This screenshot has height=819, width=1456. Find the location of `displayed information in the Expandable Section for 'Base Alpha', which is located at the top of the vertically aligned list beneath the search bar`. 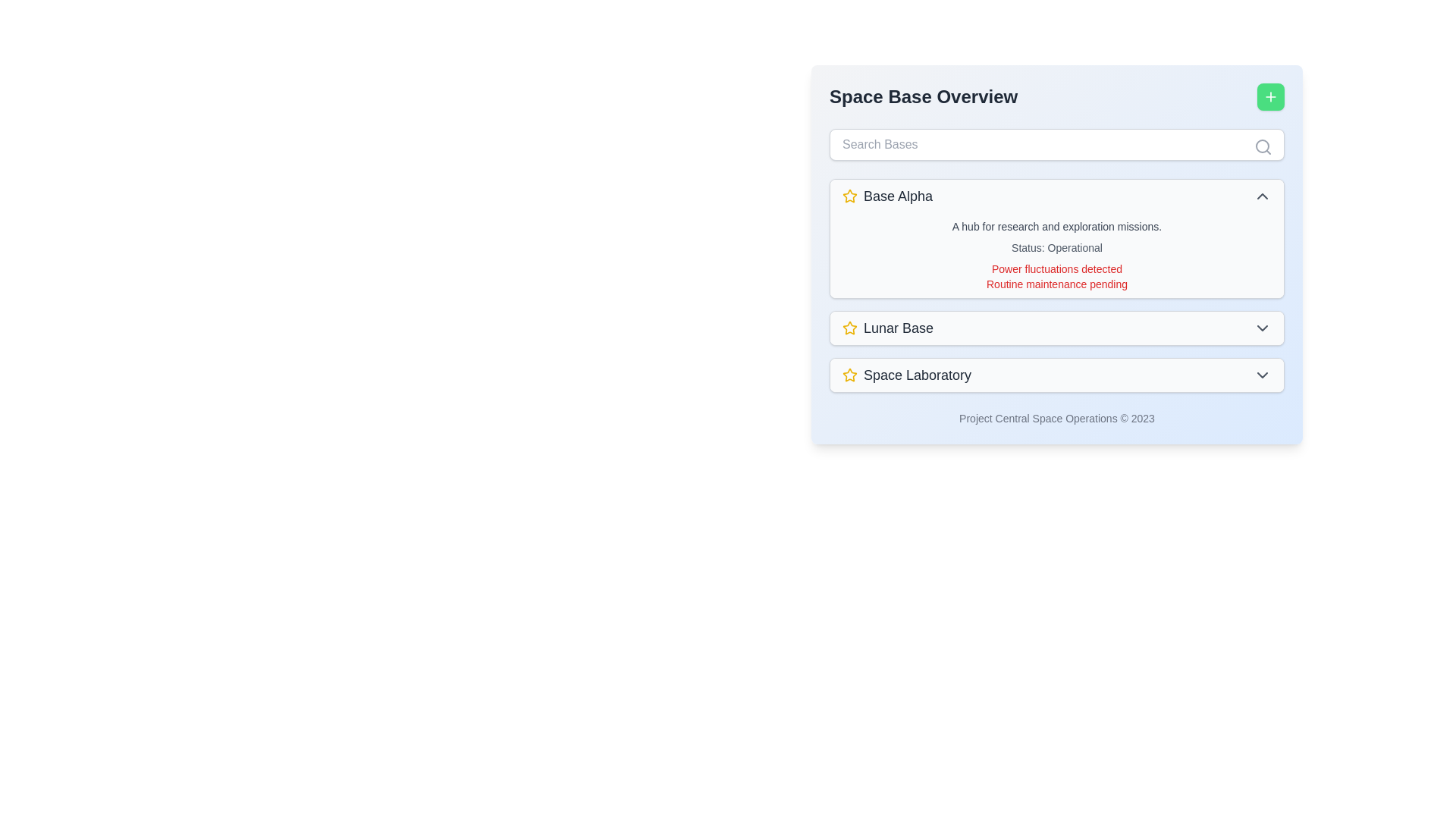

displayed information in the Expandable Section for 'Base Alpha', which is located at the top of the vertically aligned list beneath the search bar is located at coordinates (1056, 253).